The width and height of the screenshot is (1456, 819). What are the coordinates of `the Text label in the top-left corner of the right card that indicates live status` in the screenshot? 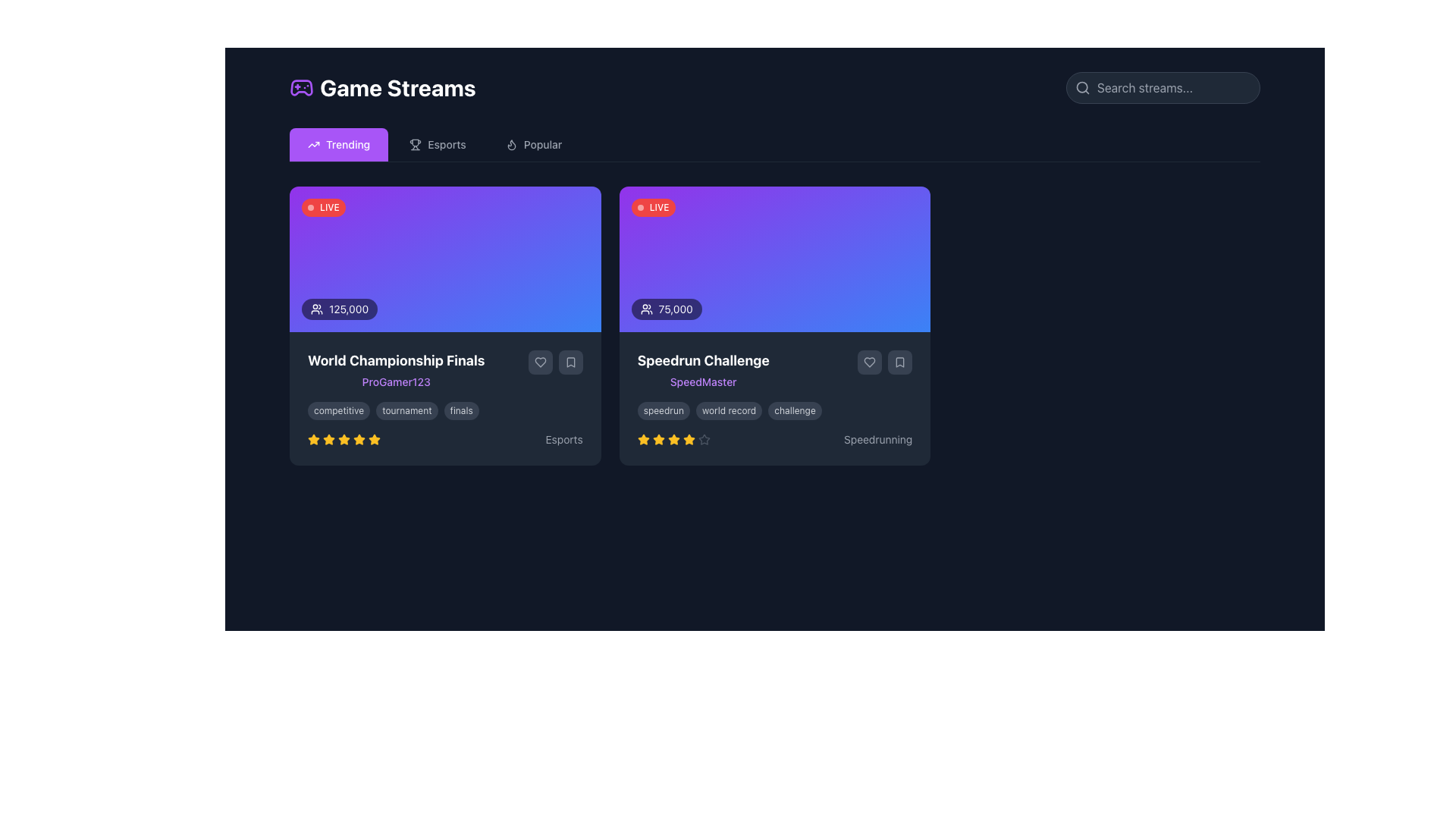 It's located at (659, 207).